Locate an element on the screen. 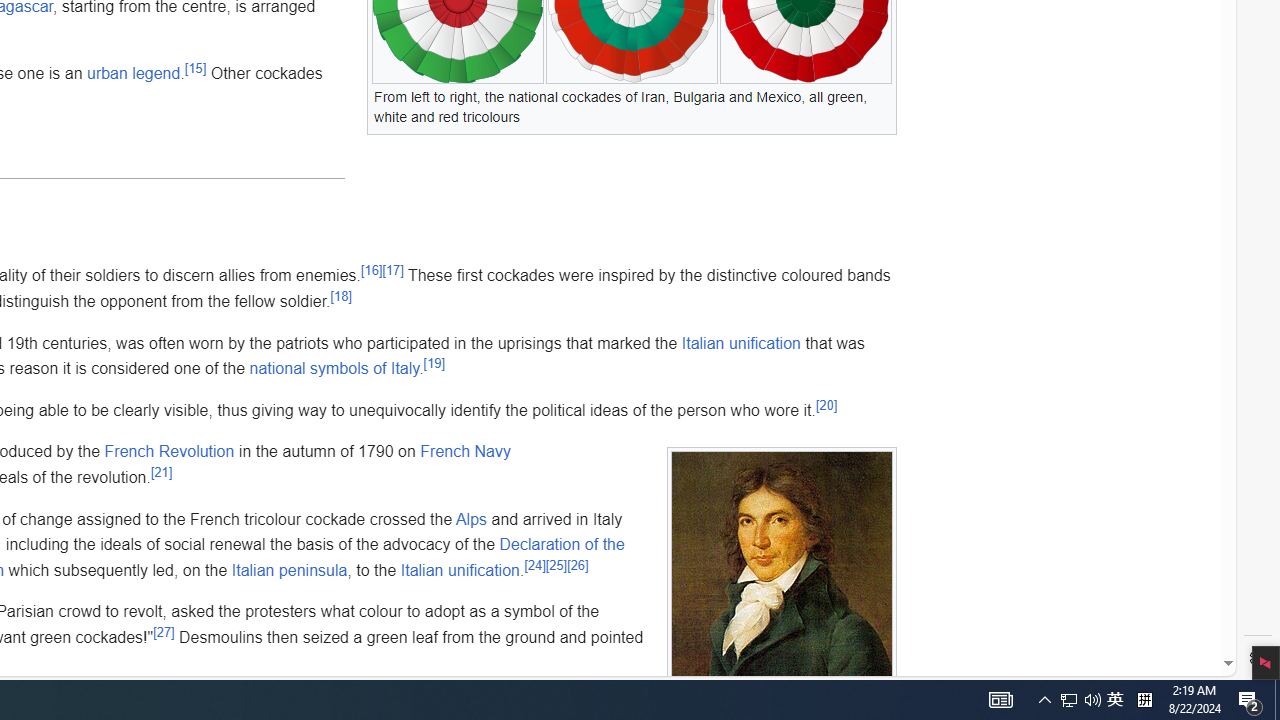 This screenshot has height=720, width=1280. 'urban legend' is located at coordinates (132, 72).